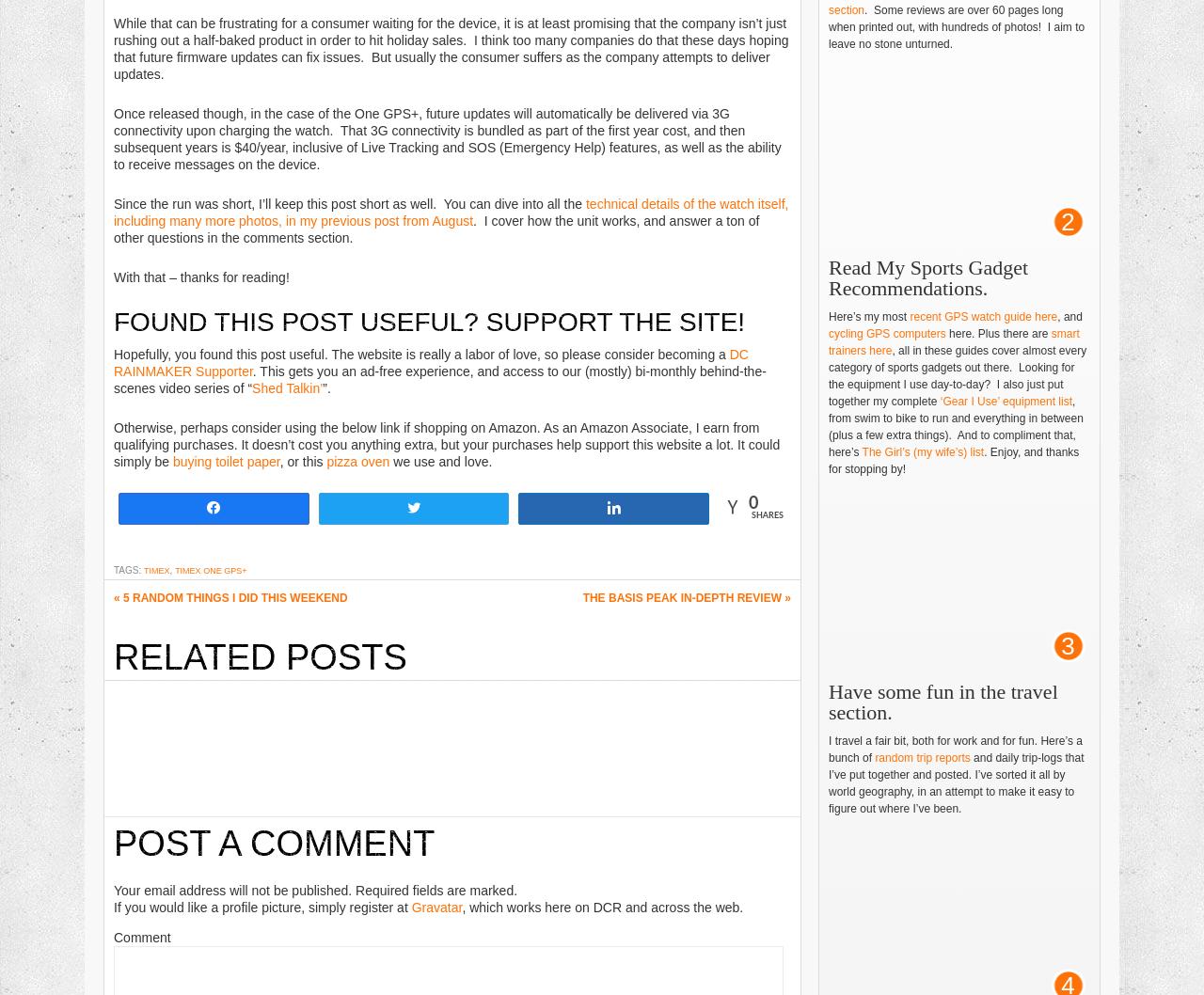  What do you see at coordinates (259, 655) in the screenshot?
I see `'Related Posts'` at bounding box center [259, 655].